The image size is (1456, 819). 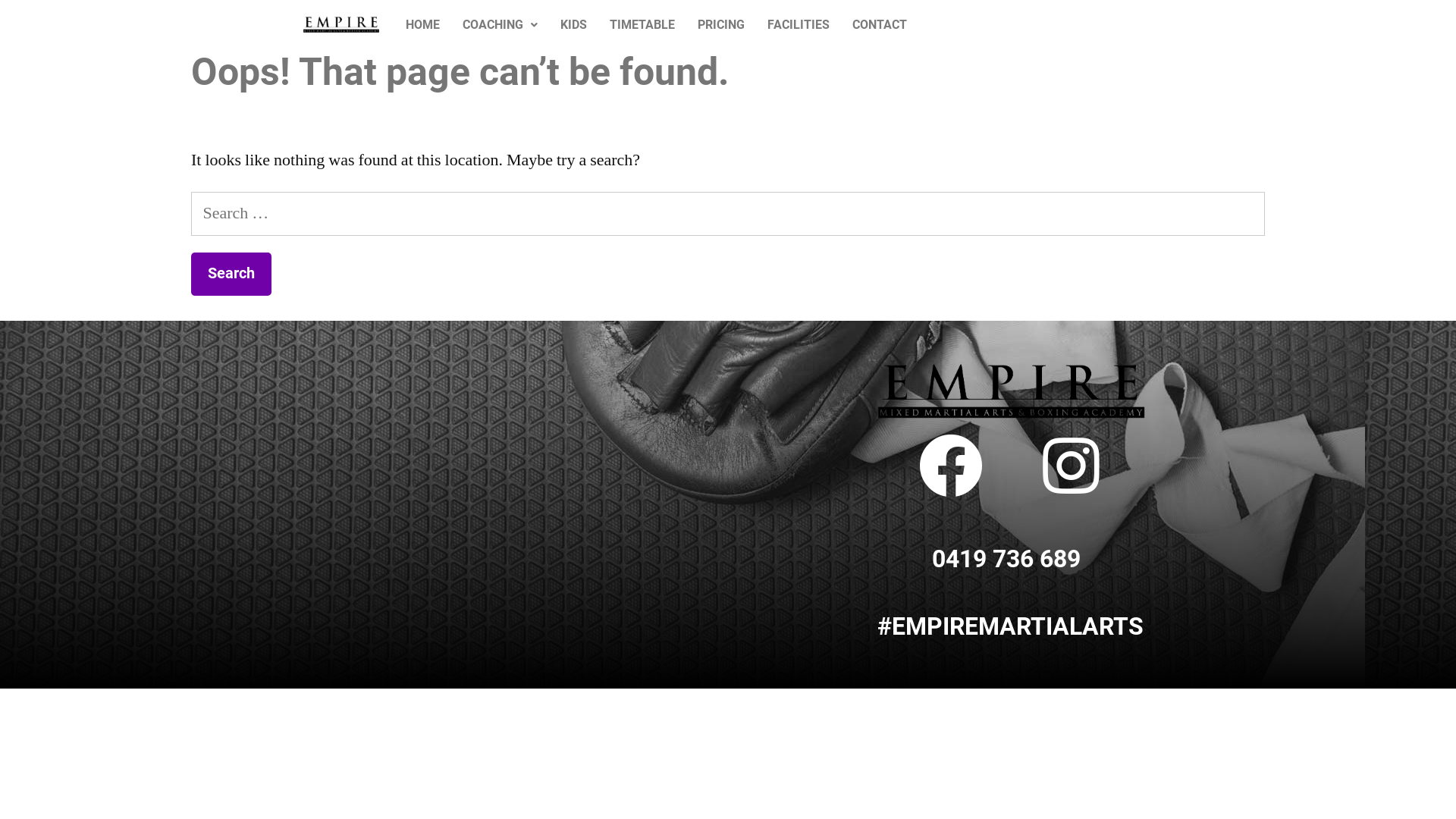 What do you see at coordinates (500, 25) in the screenshot?
I see `'COACHING'` at bounding box center [500, 25].